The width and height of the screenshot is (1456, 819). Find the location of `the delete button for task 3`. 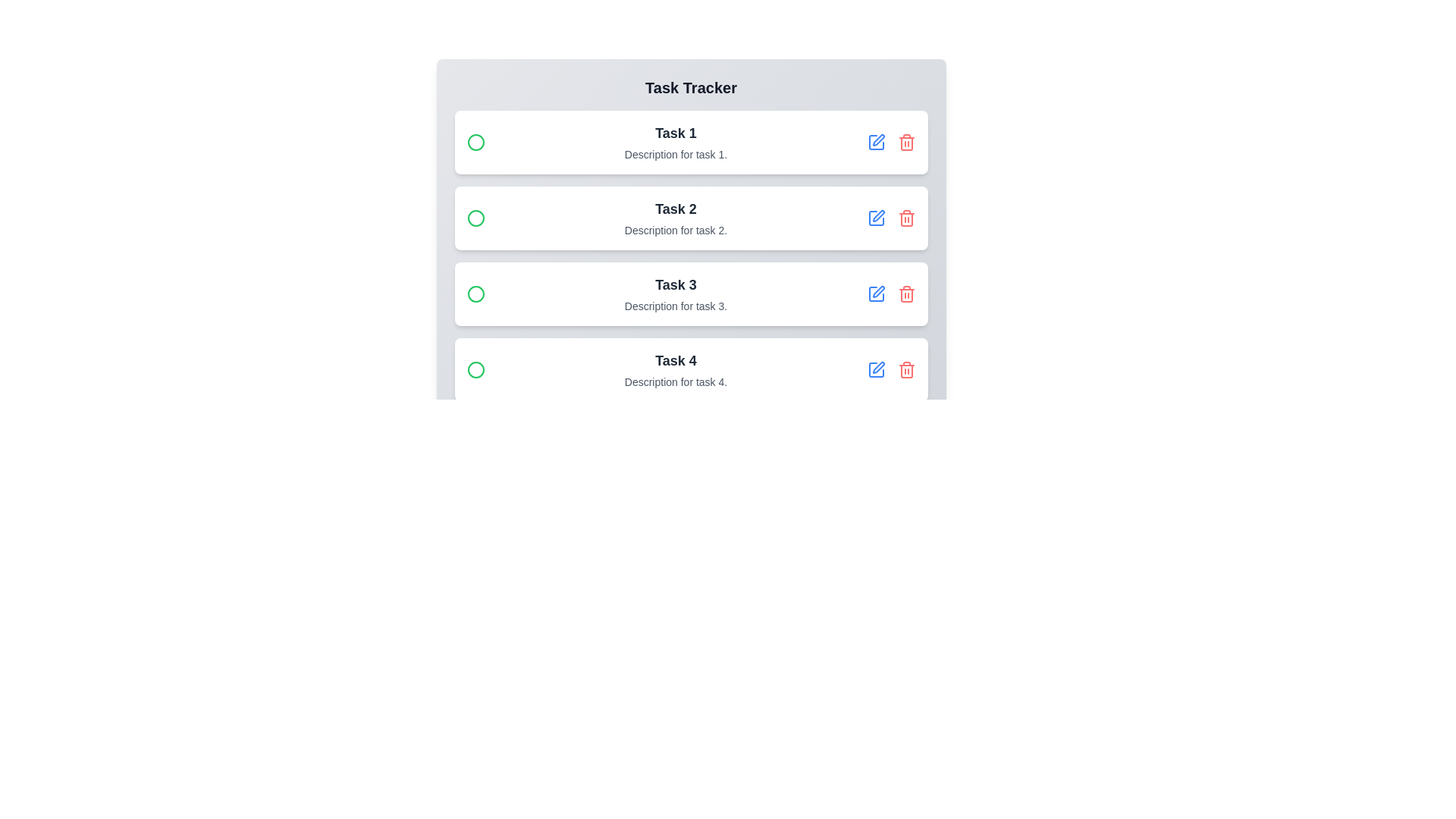

the delete button for task 3 is located at coordinates (906, 294).